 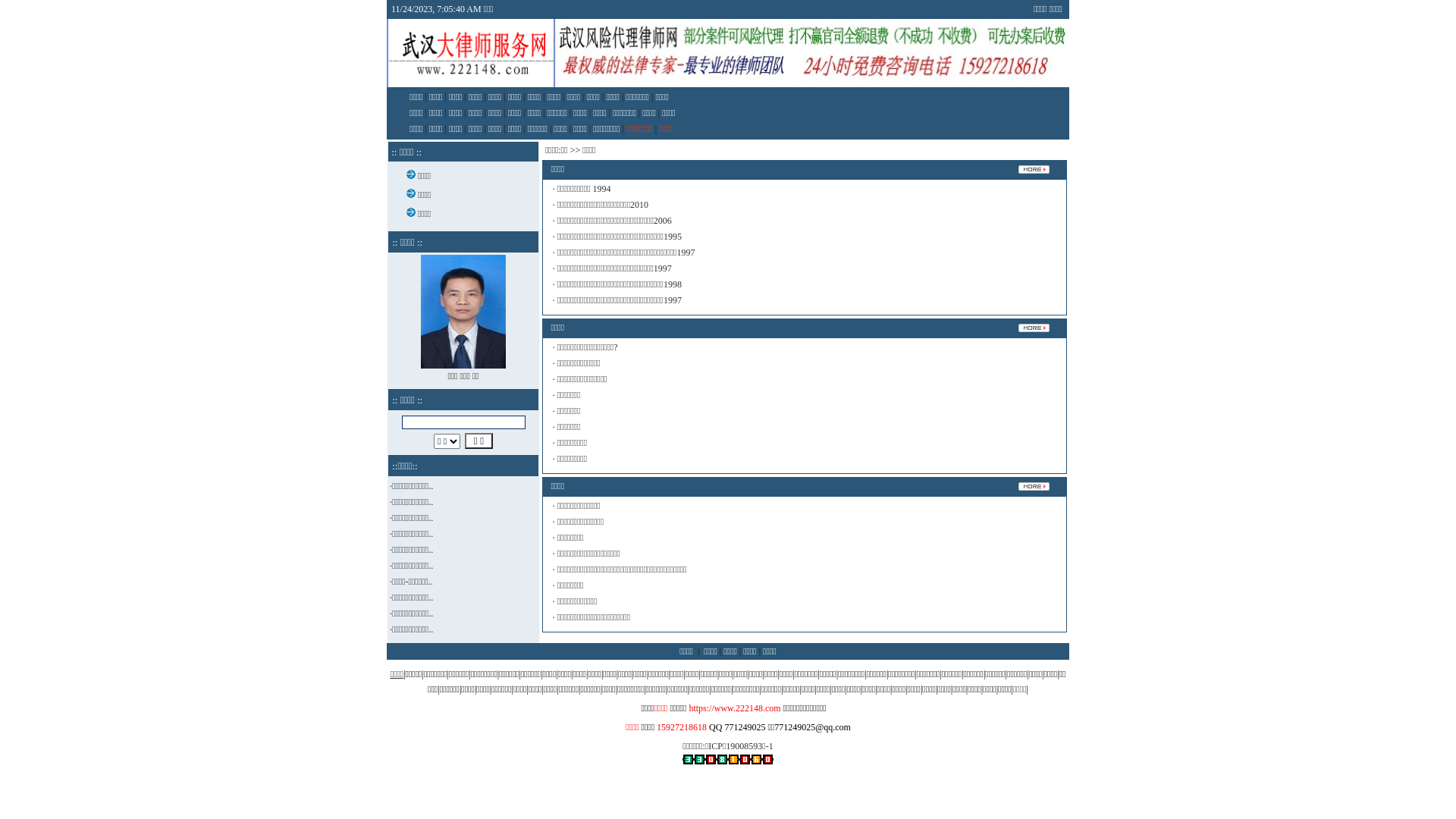 I want to click on 'https://www.222148.com', so click(x=687, y=708).